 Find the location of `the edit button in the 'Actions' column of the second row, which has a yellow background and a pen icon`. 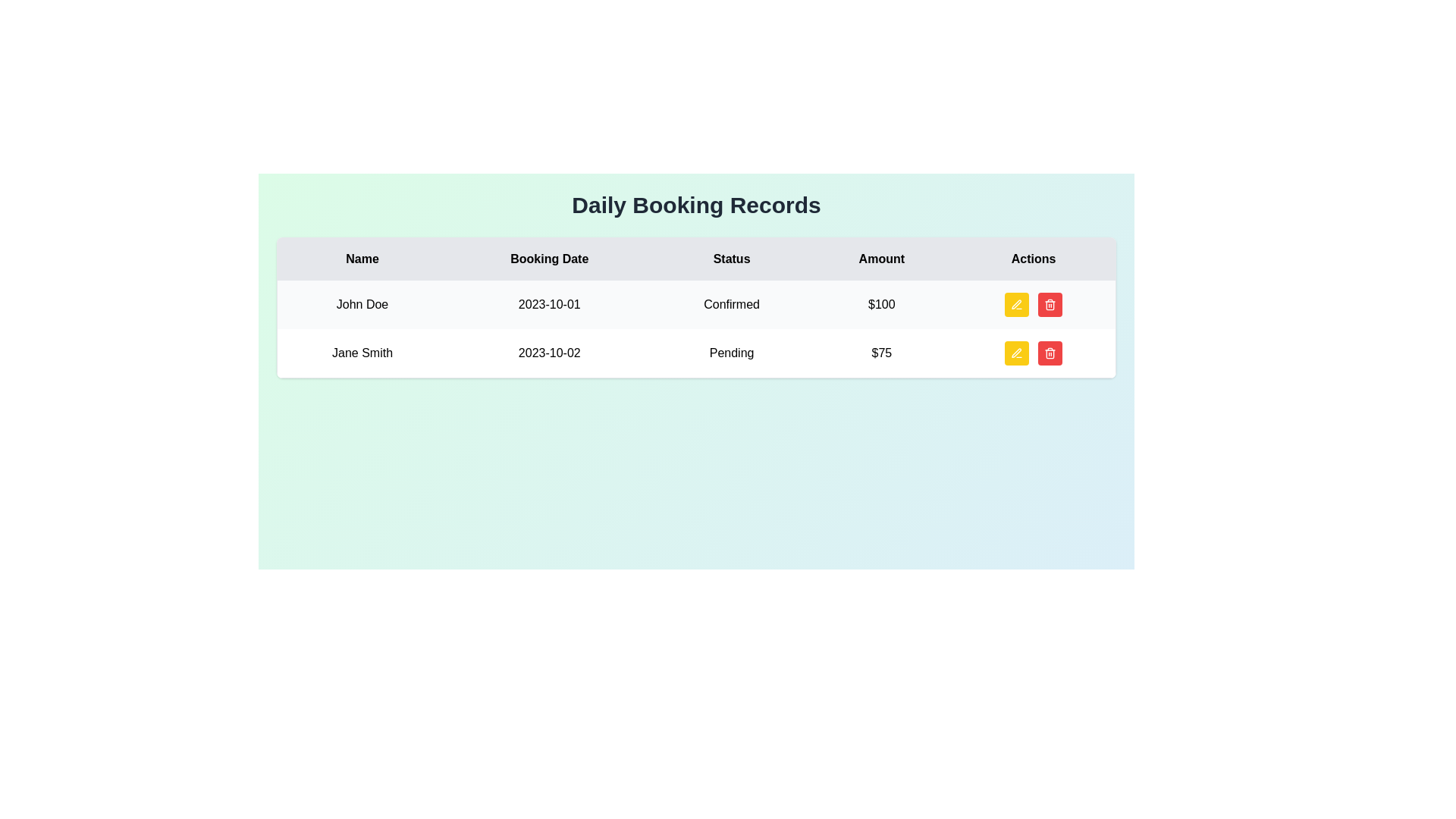

the edit button in the 'Actions' column of the second row, which has a yellow background and a pen icon is located at coordinates (1016, 353).